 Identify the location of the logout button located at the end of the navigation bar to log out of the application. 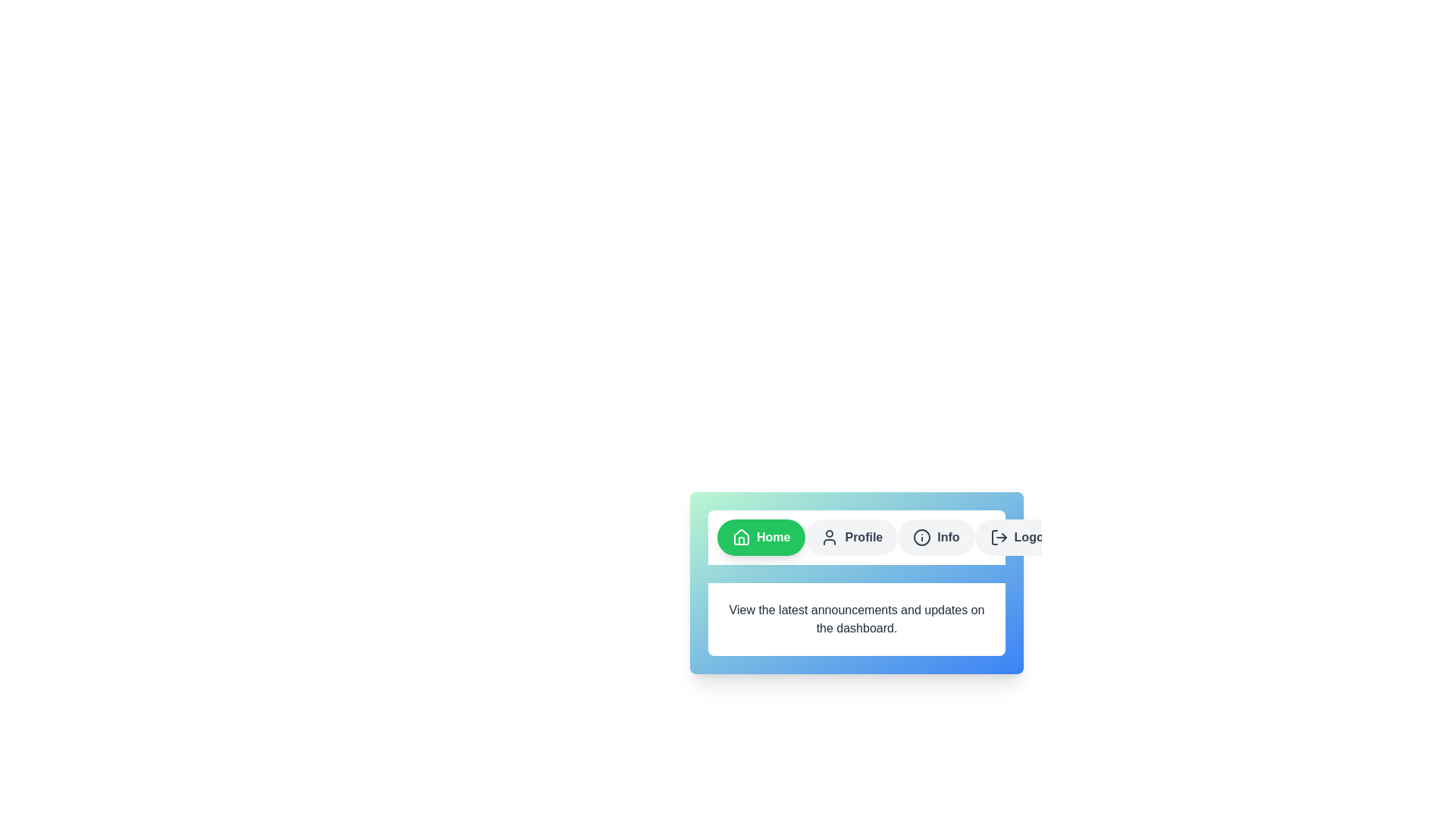
(1022, 537).